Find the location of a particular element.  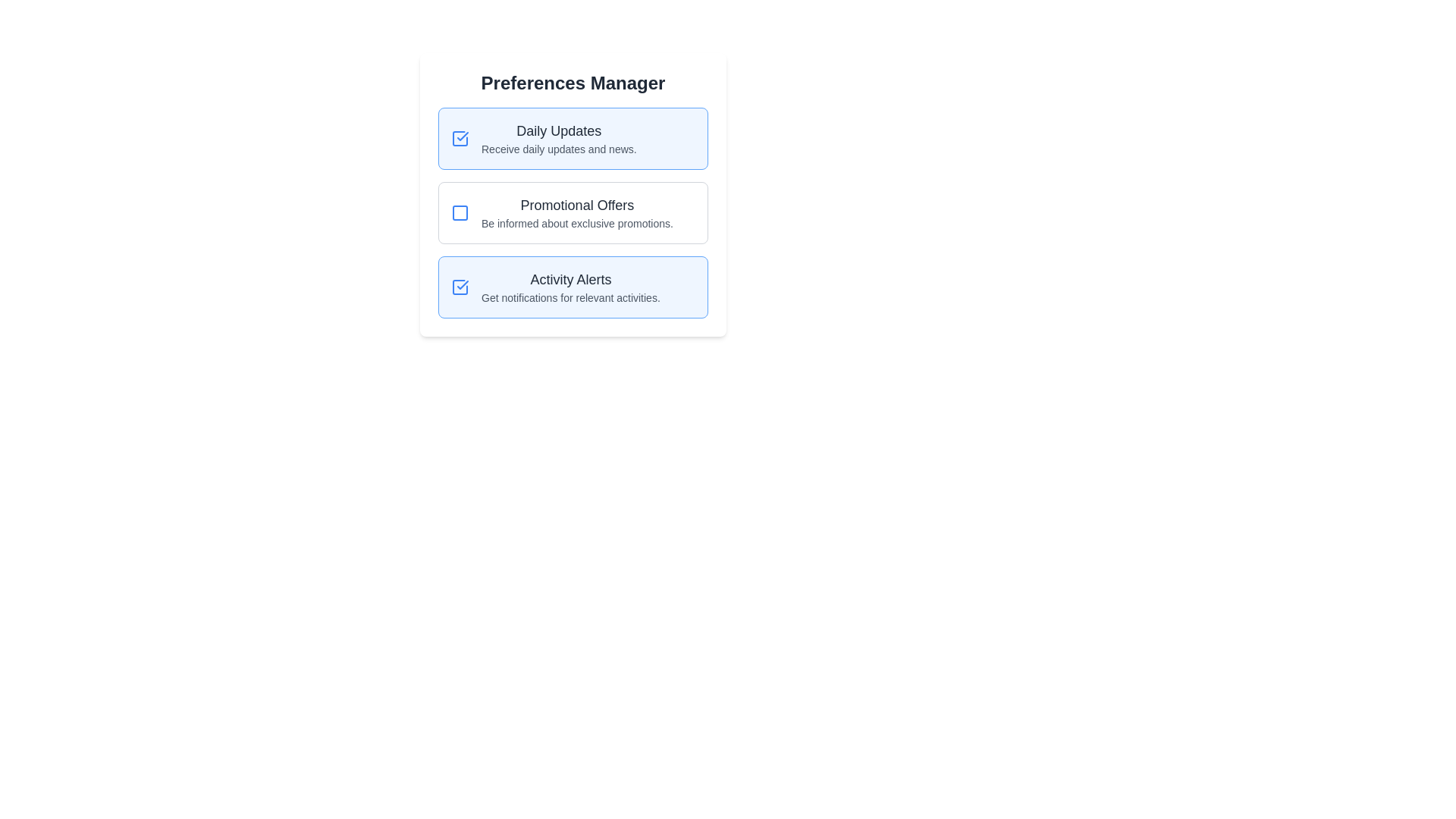

the text label that provides context for the 'Daily Updates' option, located beneath the 'Daily Updates' text in the 'Preferences Manager' section is located at coordinates (558, 149).